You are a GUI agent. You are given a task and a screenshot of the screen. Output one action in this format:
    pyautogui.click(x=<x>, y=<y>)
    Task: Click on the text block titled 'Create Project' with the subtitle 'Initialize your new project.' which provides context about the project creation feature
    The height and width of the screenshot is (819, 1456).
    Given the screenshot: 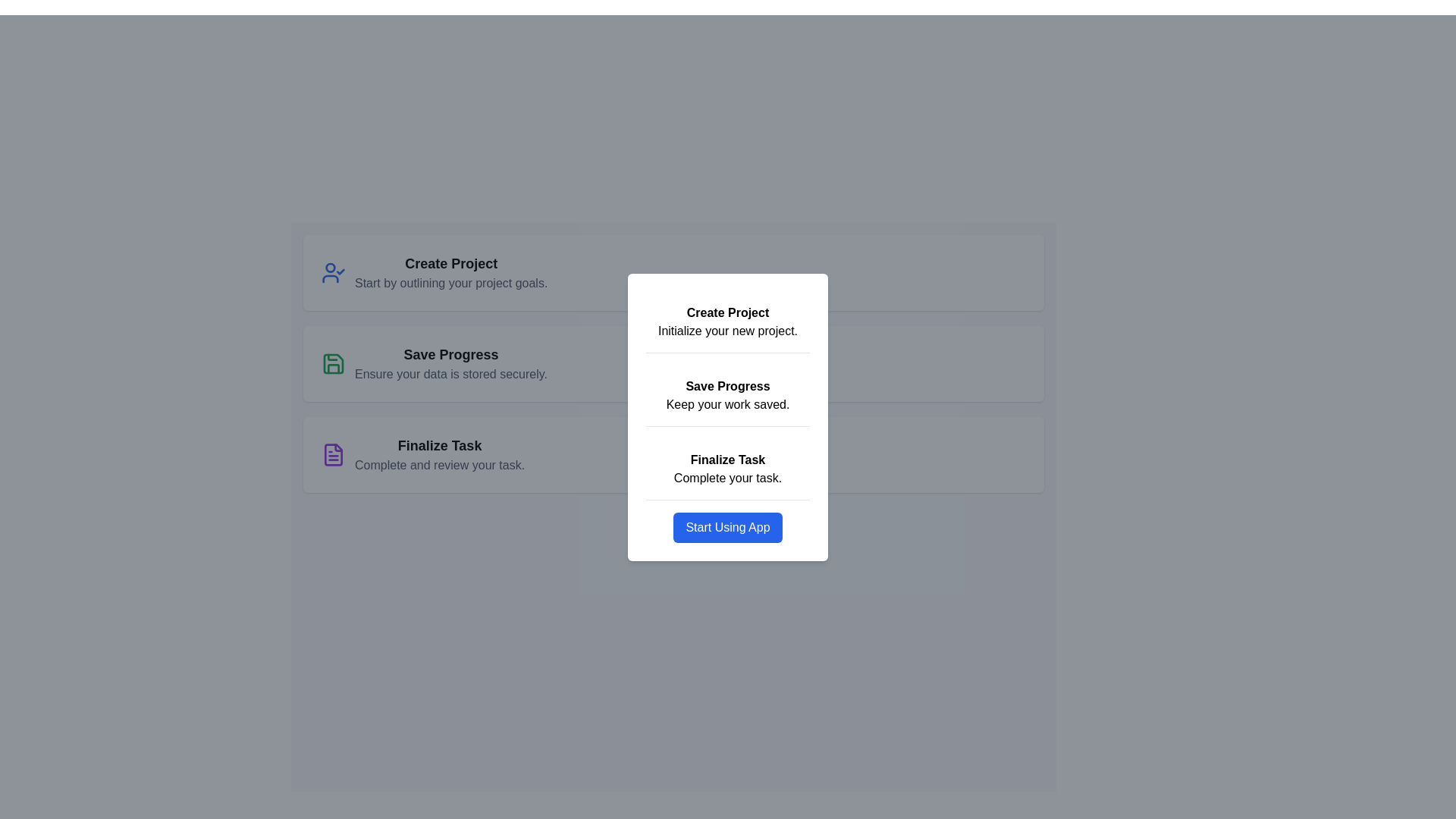 What is the action you would take?
    pyautogui.click(x=728, y=321)
    